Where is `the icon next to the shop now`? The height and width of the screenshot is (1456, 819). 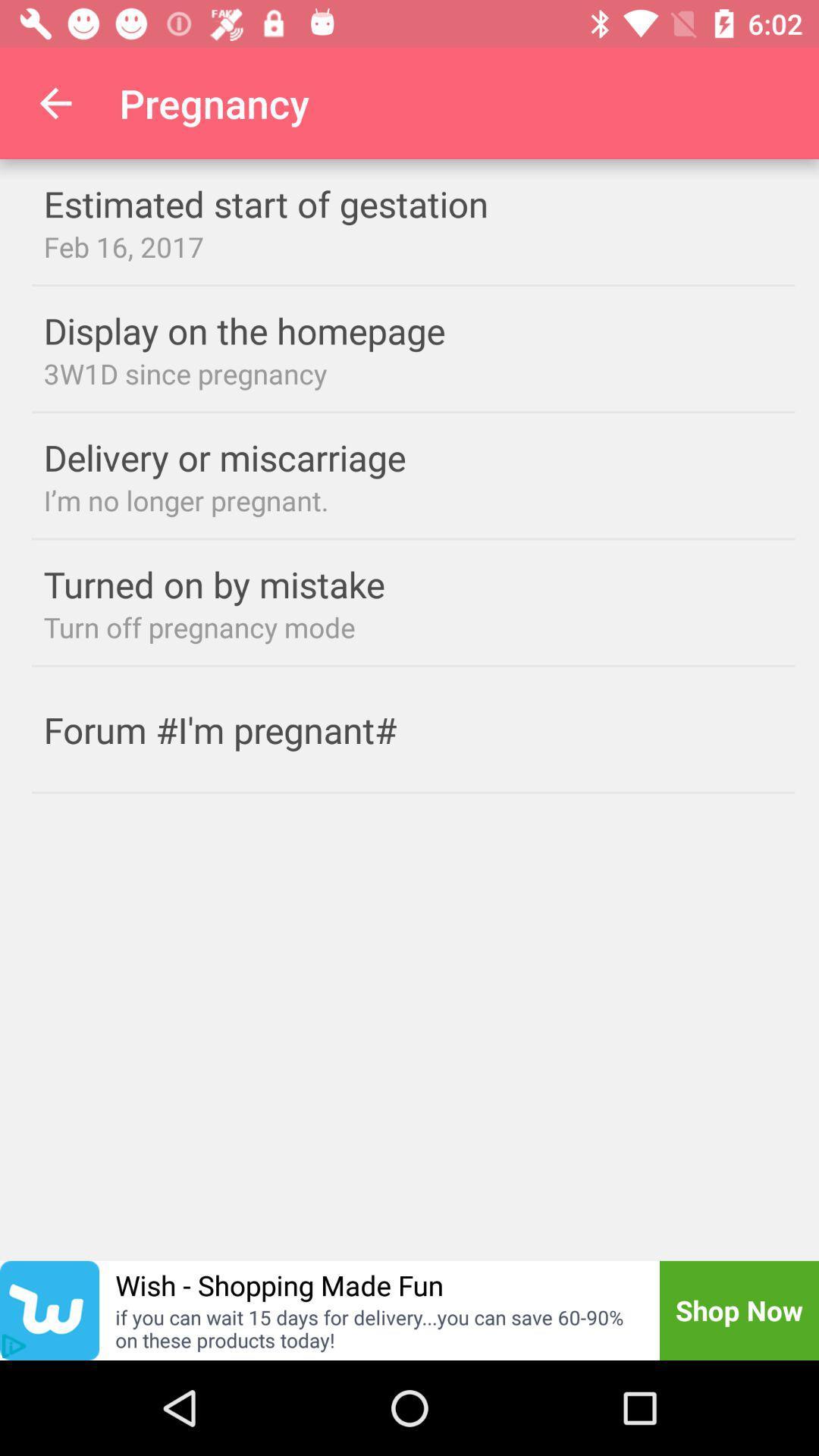
the icon next to the shop now is located at coordinates (279, 1284).